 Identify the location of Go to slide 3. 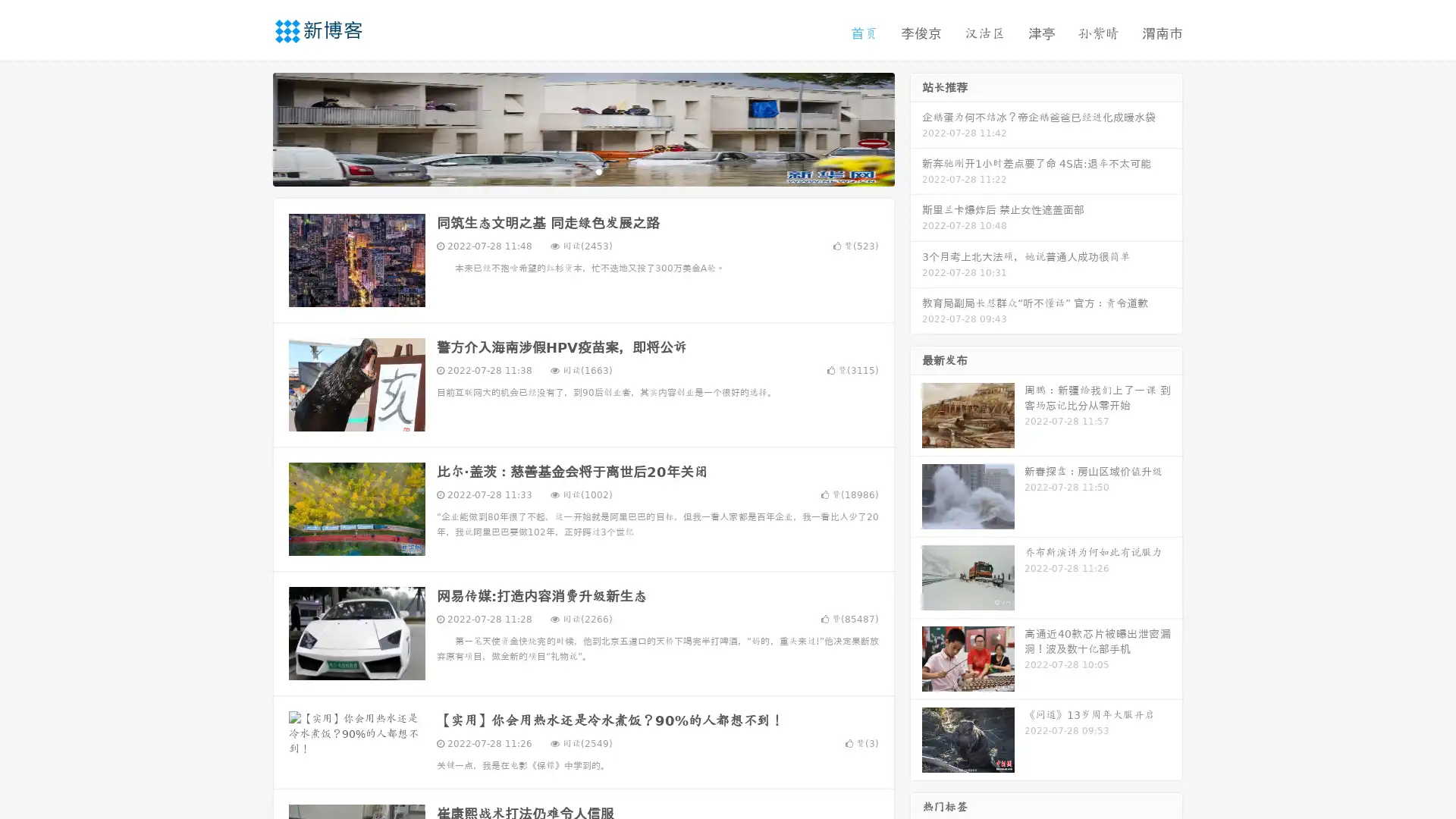
(598, 171).